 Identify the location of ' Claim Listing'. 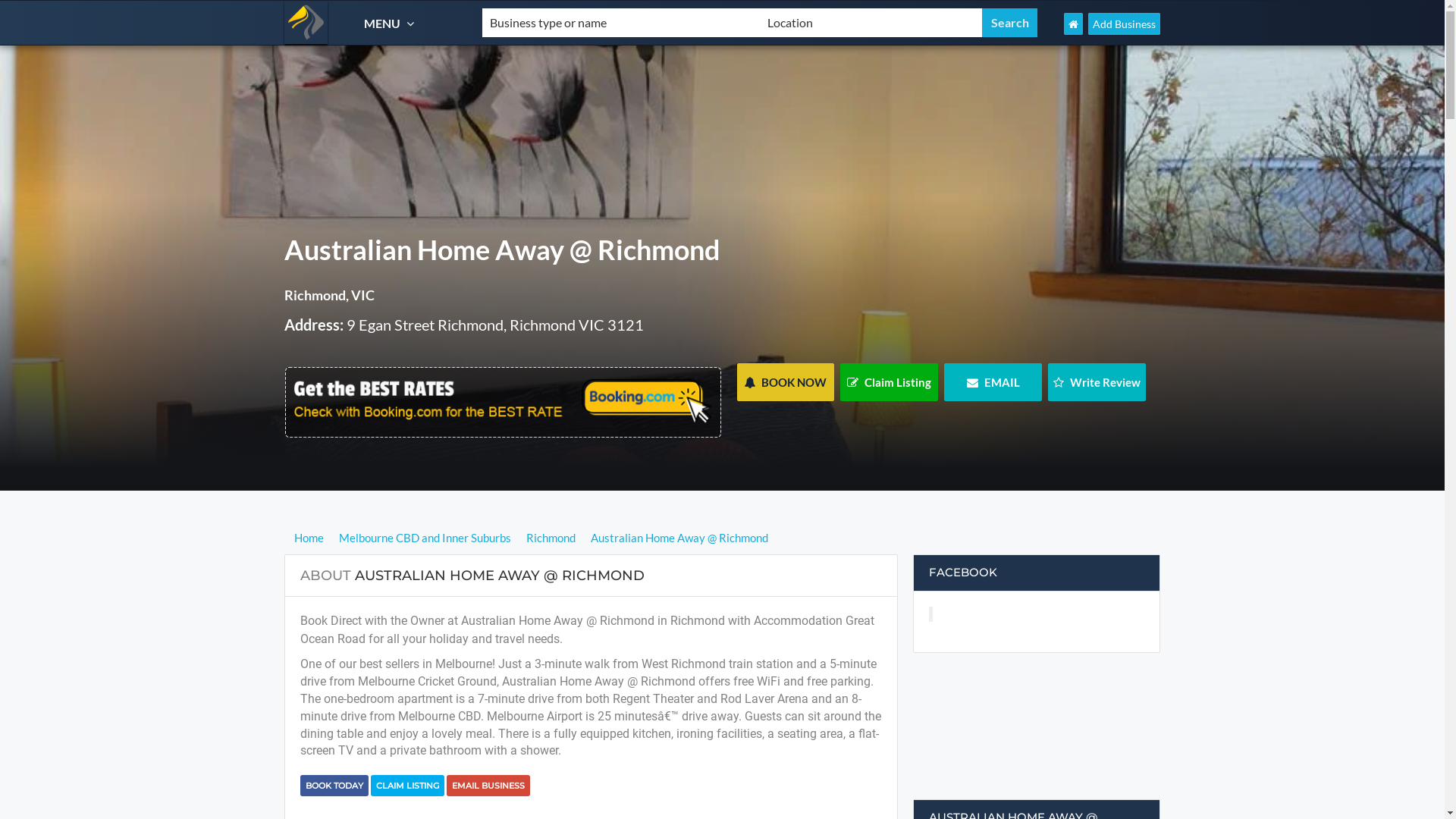
(889, 381).